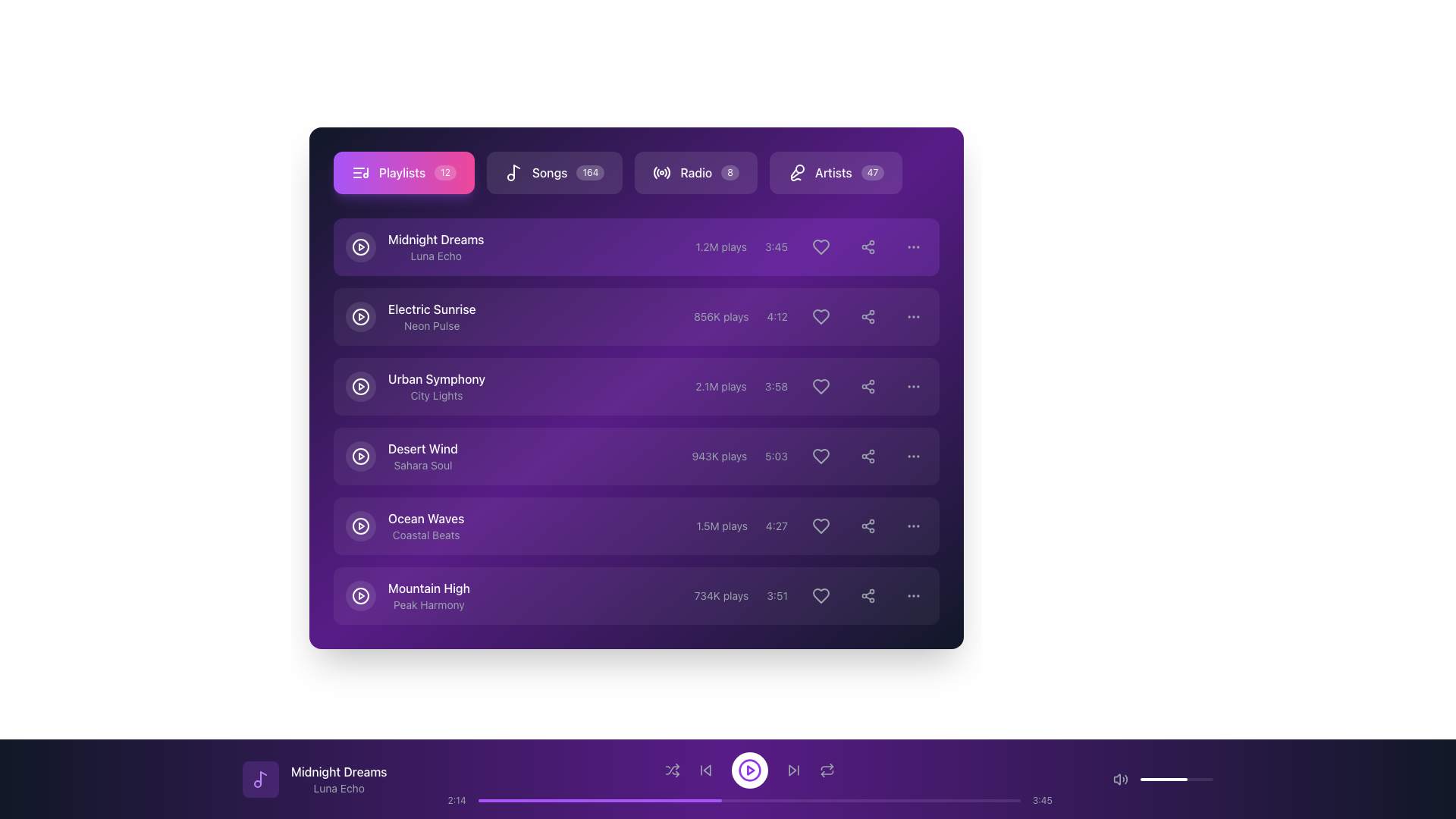  What do you see at coordinates (821, 315) in the screenshot?
I see `the 'like' button located to the right of the '856K plays' and '4:12' text fields, and to the left of the share icon button` at bounding box center [821, 315].